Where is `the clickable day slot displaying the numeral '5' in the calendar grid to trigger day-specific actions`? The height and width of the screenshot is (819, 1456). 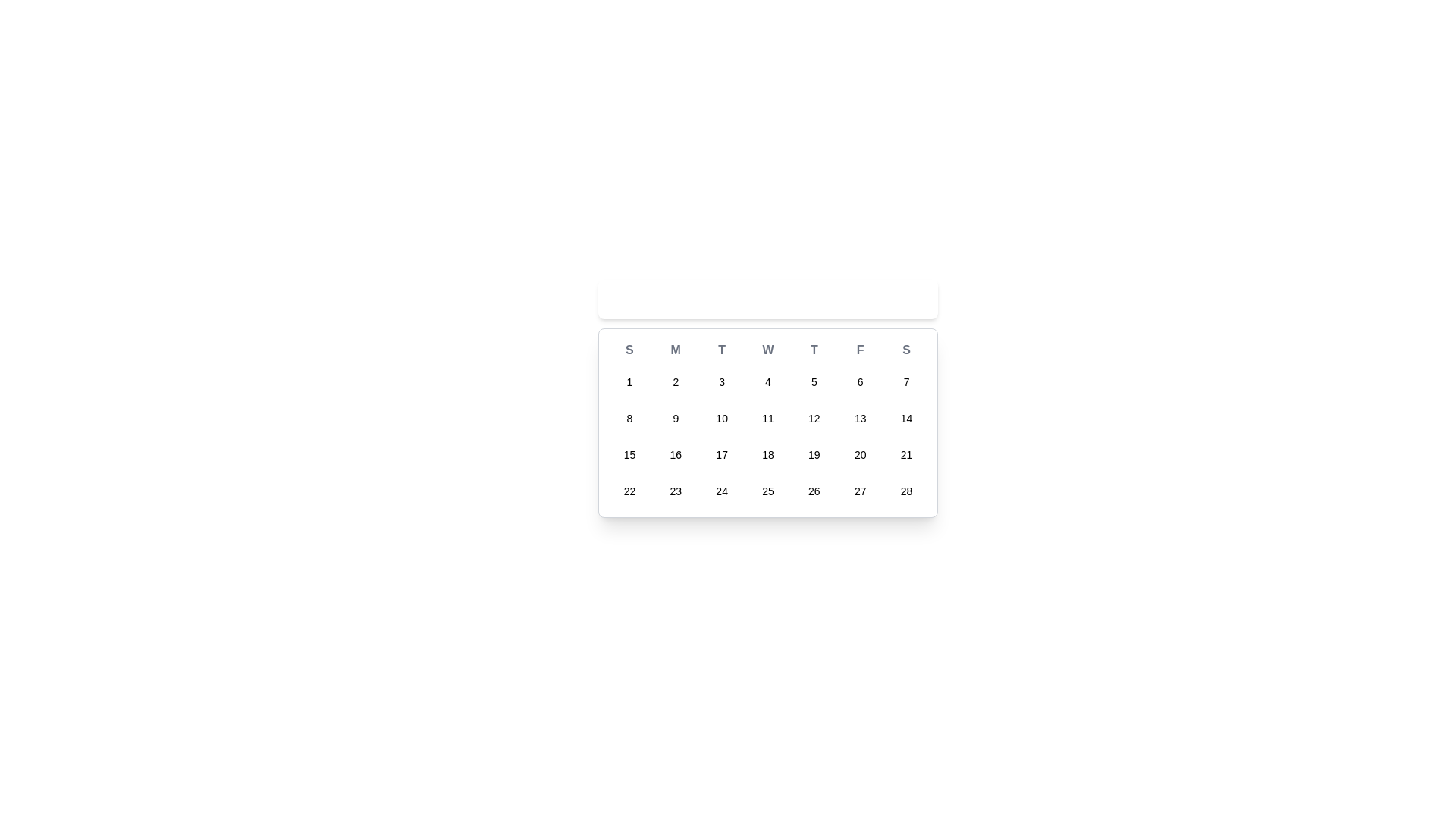
the clickable day slot displaying the numeral '5' in the calendar grid to trigger day-specific actions is located at coordinates (813, 381).